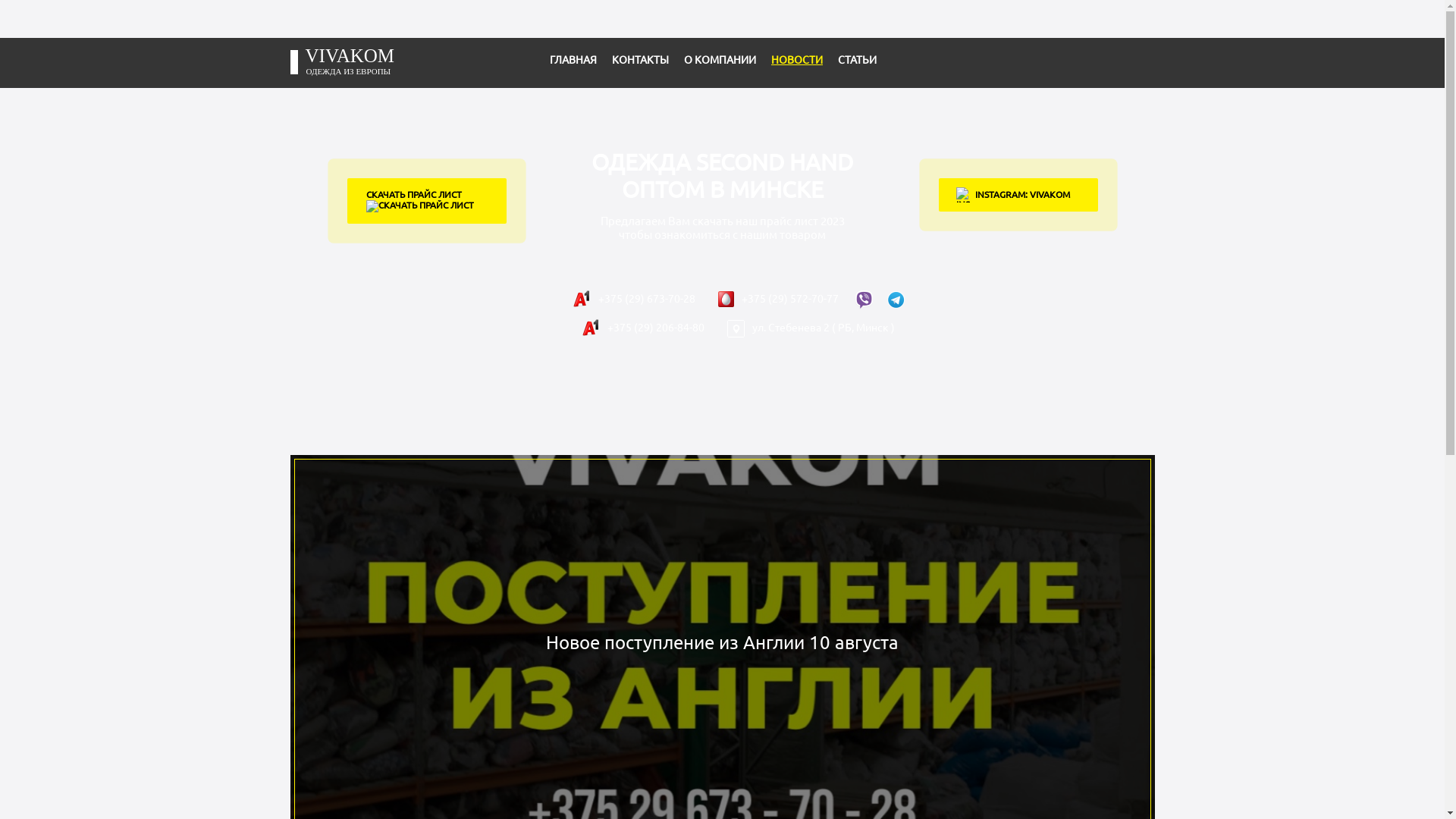 The width and height of the screenshot is (1456, 819). What do you see at coordinates (1018, 194) in the screenshot?
I see `'INSTAGRAM: VIVAKOM'` at bounding box center [1018, 194].